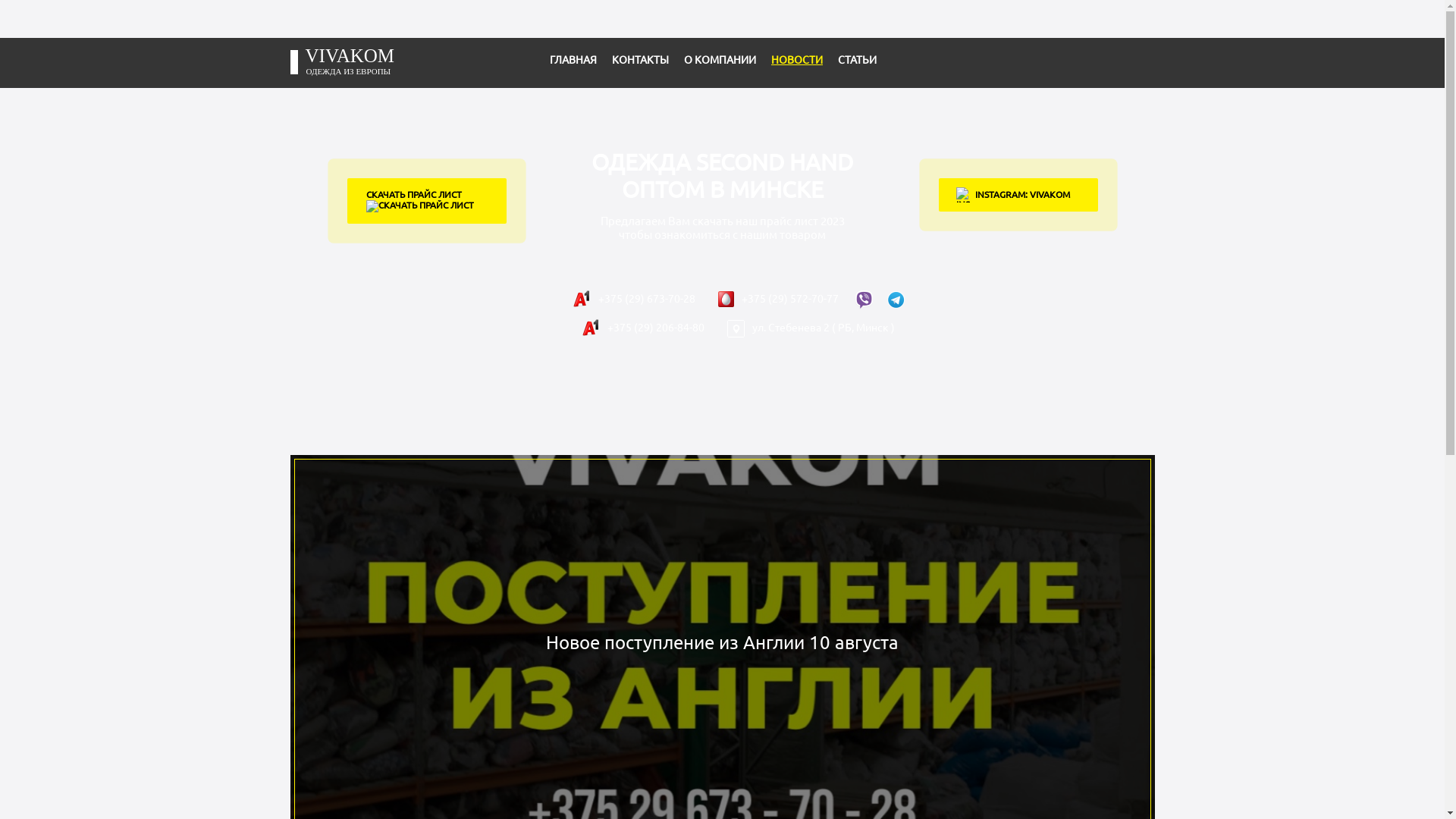 The width and height of the screenshot is (1456, 819). What do you see at coordinates (1018, 194) in the screenshot?
I see `'INSTAGRAM: VIVAKOM'` at bounding box center [1018, 194].